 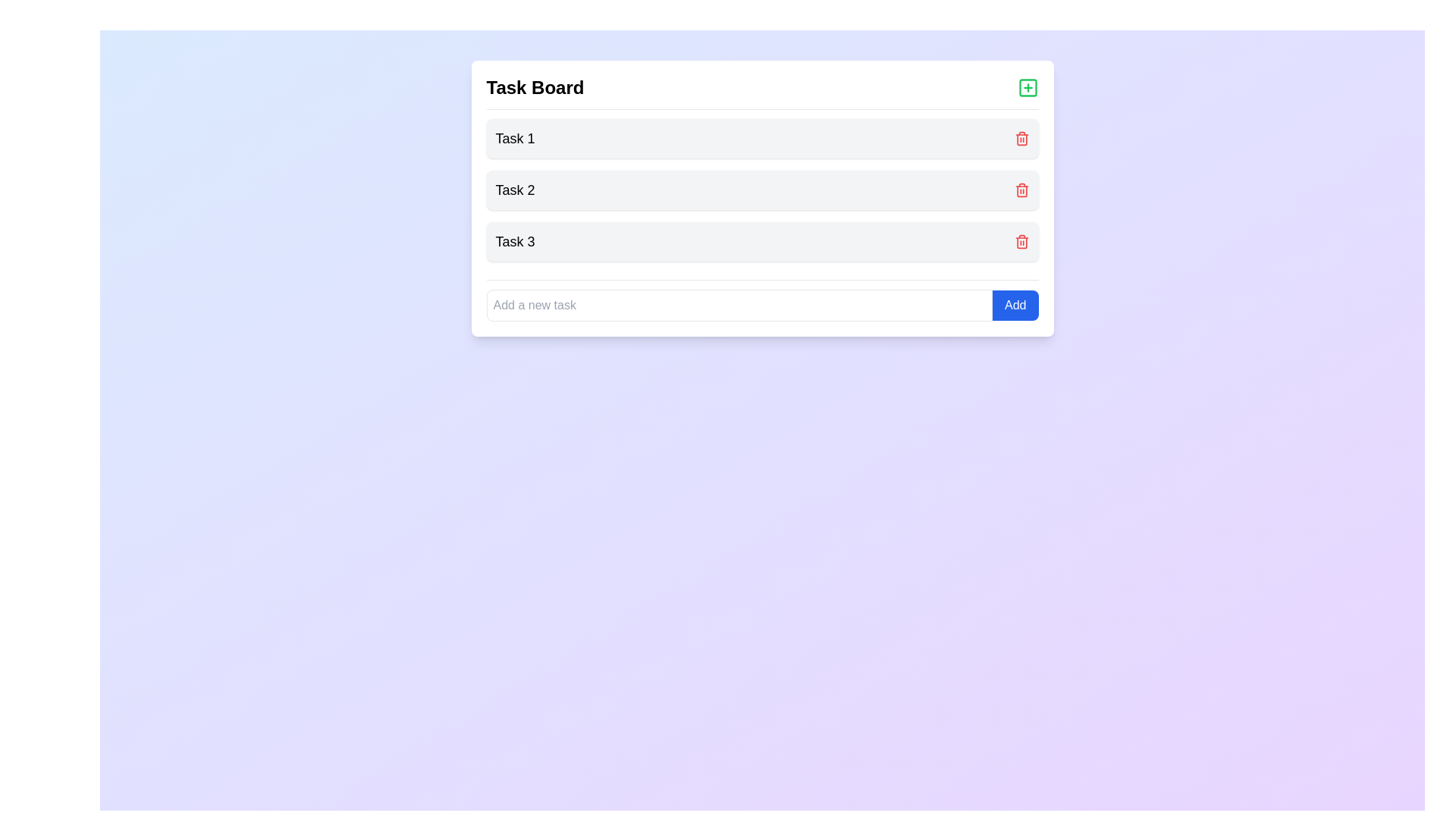 What do you see at coordinates (1015, 305) in the screenshot?
I see `the 'Add' button, which is a rectangular button with a blue background and white text, to change its appearance` at bounding box center [1015, 305].